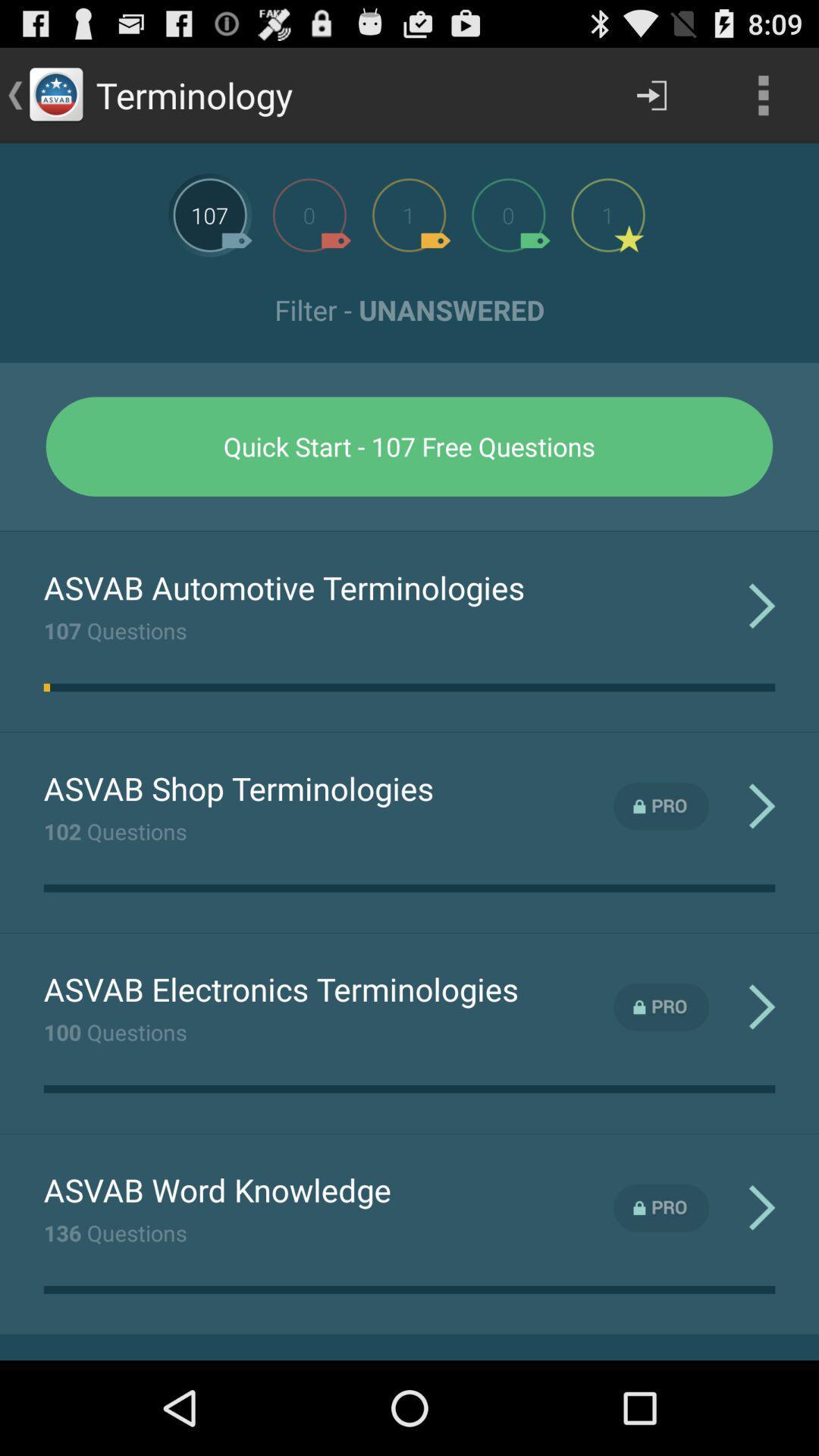  I want to click on icon below the filter - unanswered icon, so click(409, 446).